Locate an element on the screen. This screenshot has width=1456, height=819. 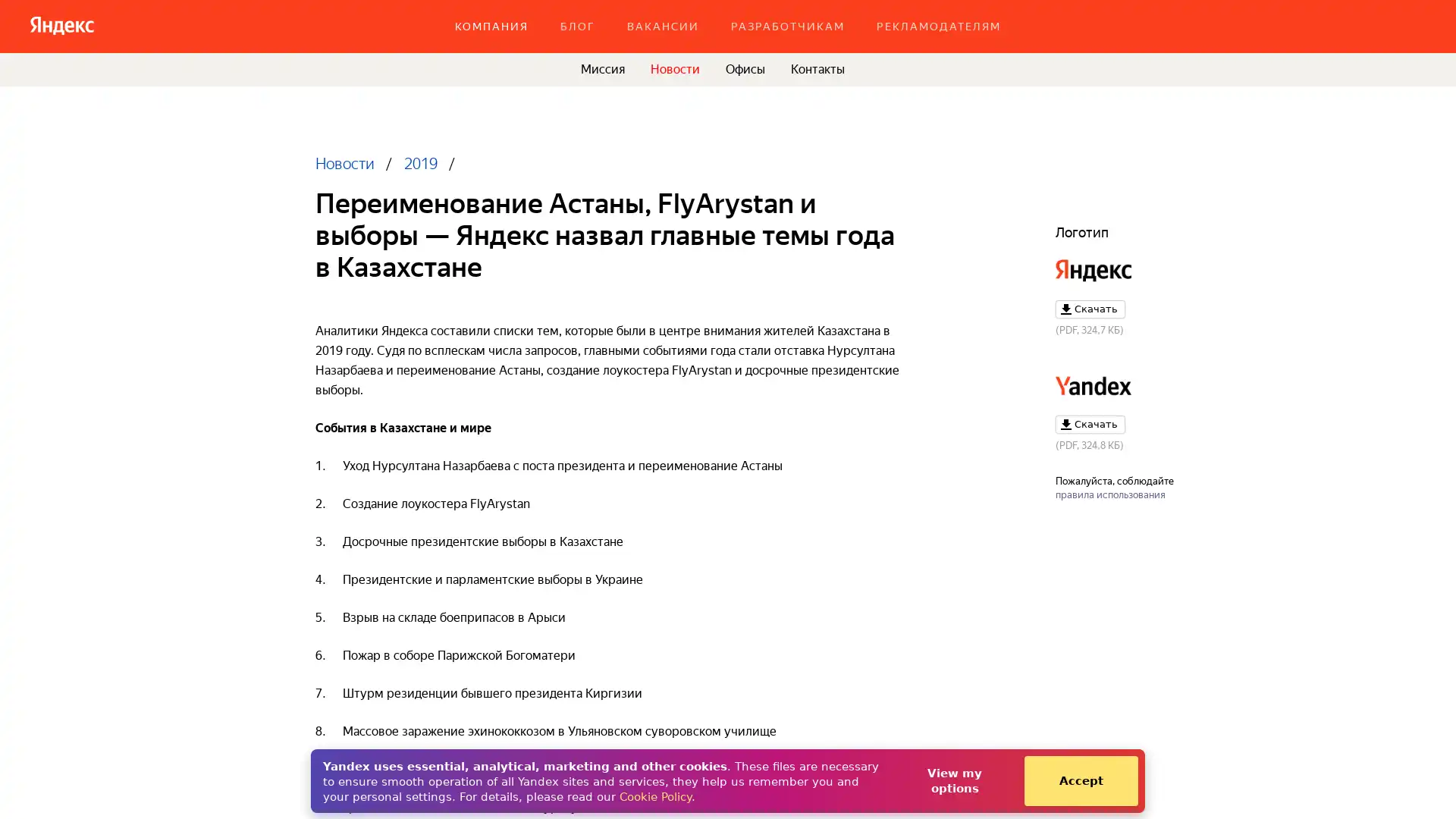
View my options is located at coordinates (953, 780).